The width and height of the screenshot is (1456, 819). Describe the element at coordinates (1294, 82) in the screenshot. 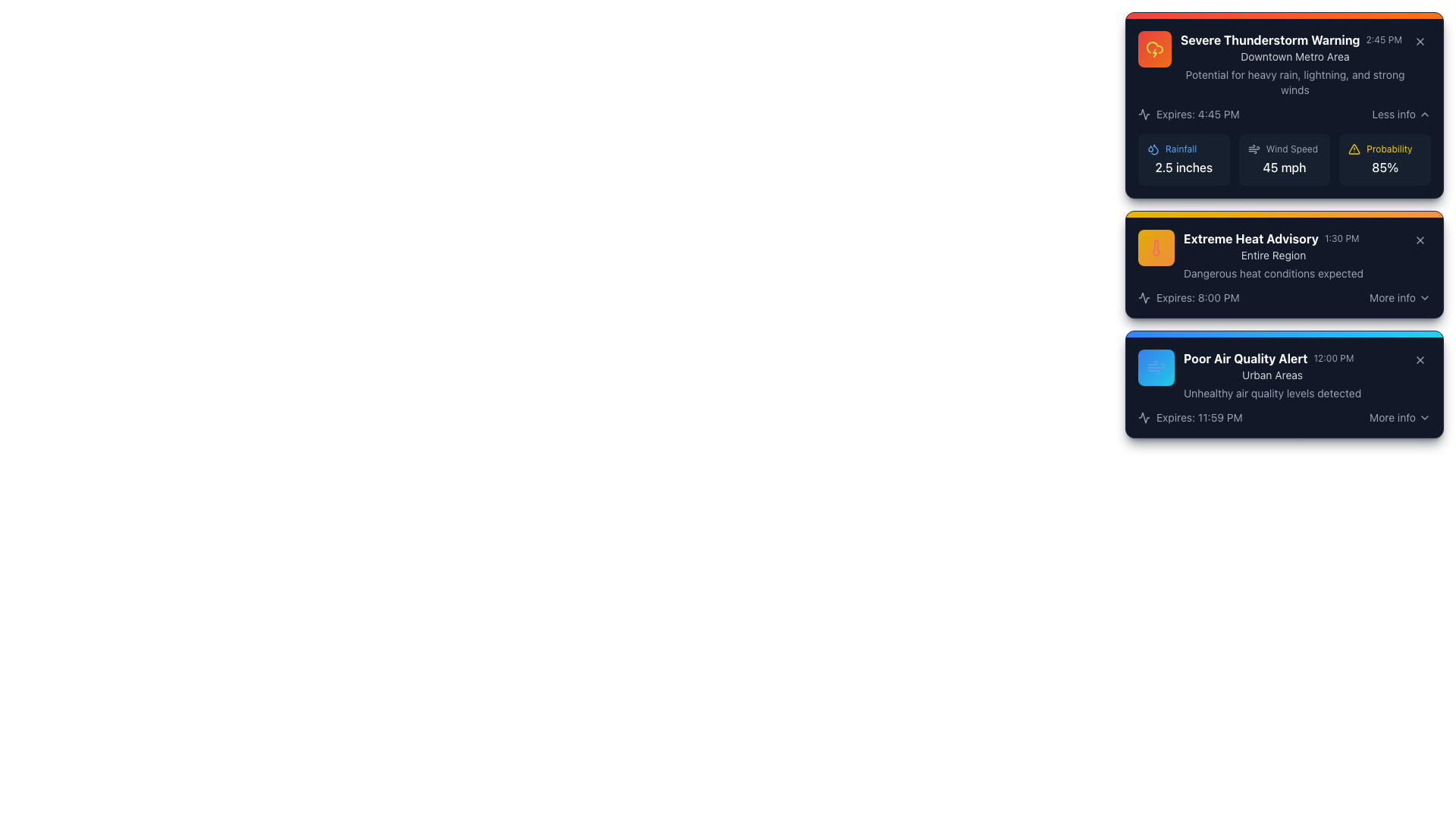

I see `the text label that provides additional descriptive information for the severe thunderstorm warning, positioned below the 'Downtown Metro Area' label and above detailed metrics` at that location.